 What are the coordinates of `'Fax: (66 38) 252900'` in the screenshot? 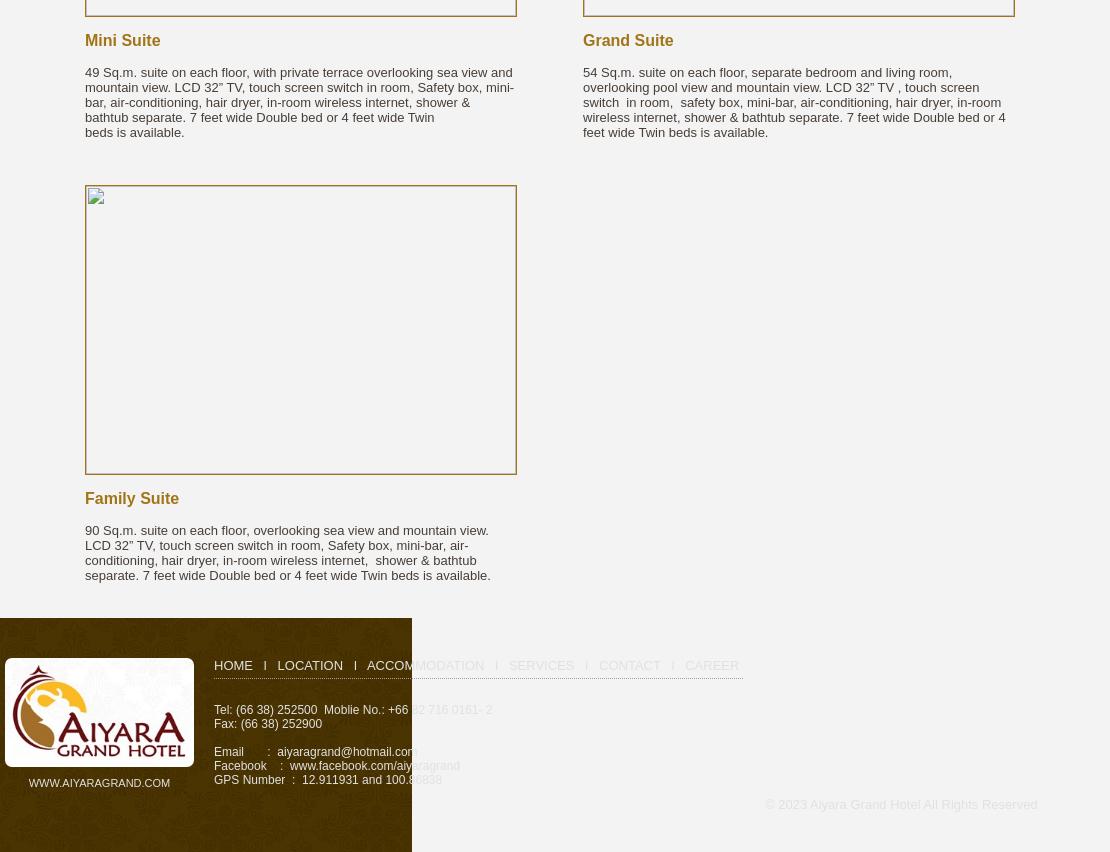 It's located at (267, 723).